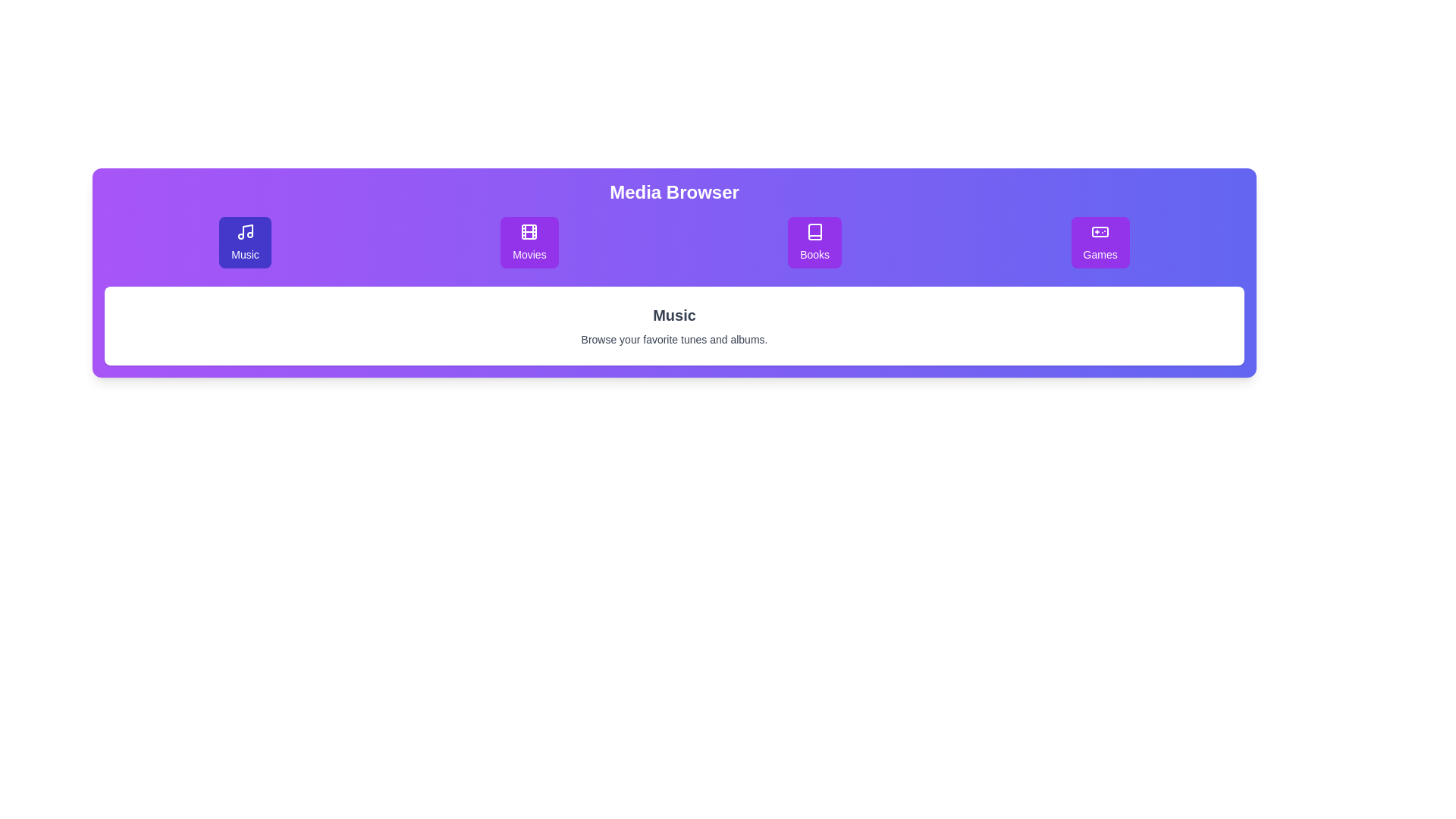  What do you see at coordinates (814, 231) in the screenshot?
I see `the stylized book icon located in the top navigation area, which is the third icon from the left in the row of icons and is centered relative to the 'Media Browser' title` at bounding box center [814, 231].